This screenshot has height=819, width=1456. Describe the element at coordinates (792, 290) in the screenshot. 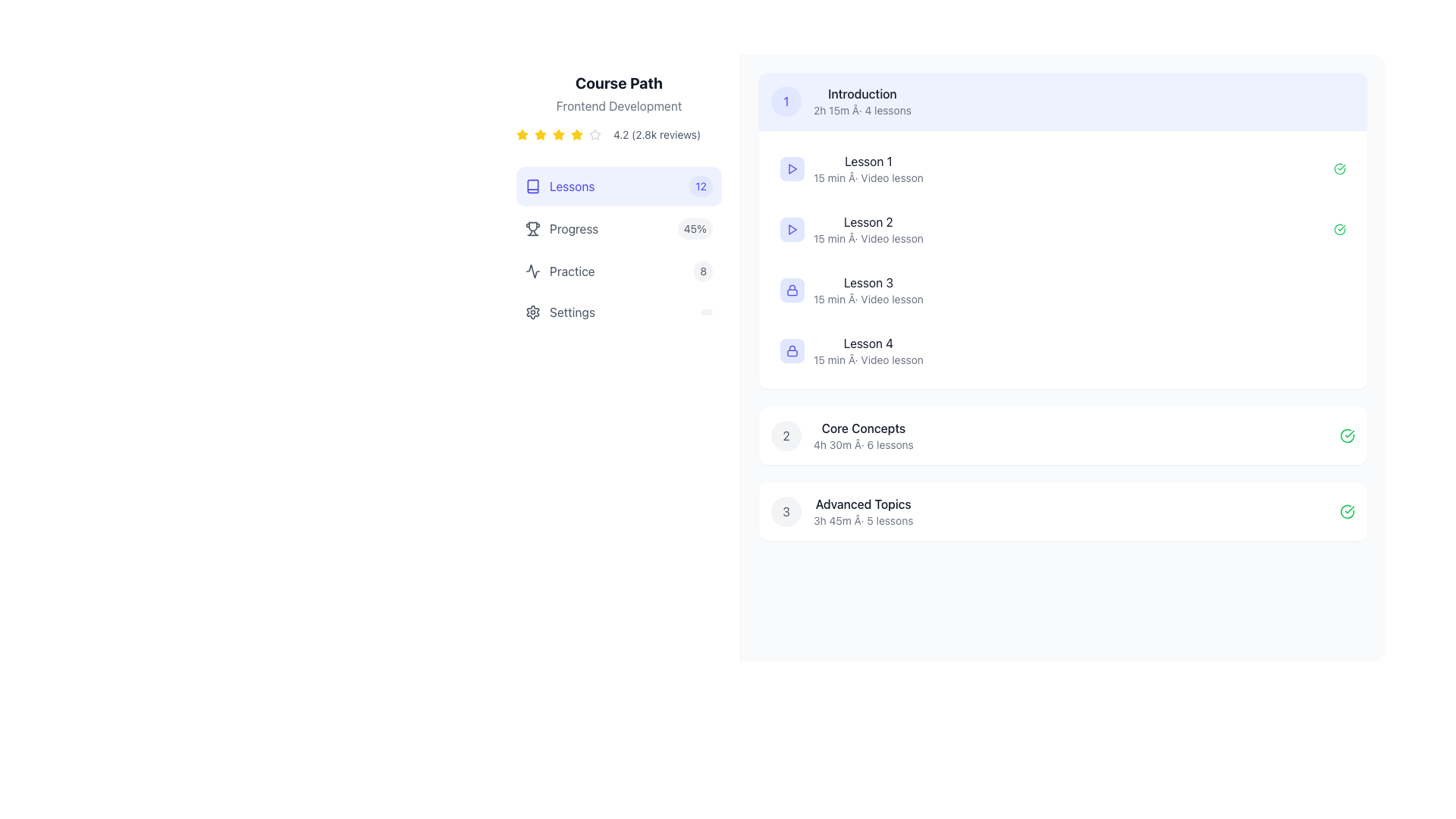

I see `the locked state icon, which is a small square with a rounded corner design and a lock symbol, located to the left of the text label 'Lesson 3'` at that location.